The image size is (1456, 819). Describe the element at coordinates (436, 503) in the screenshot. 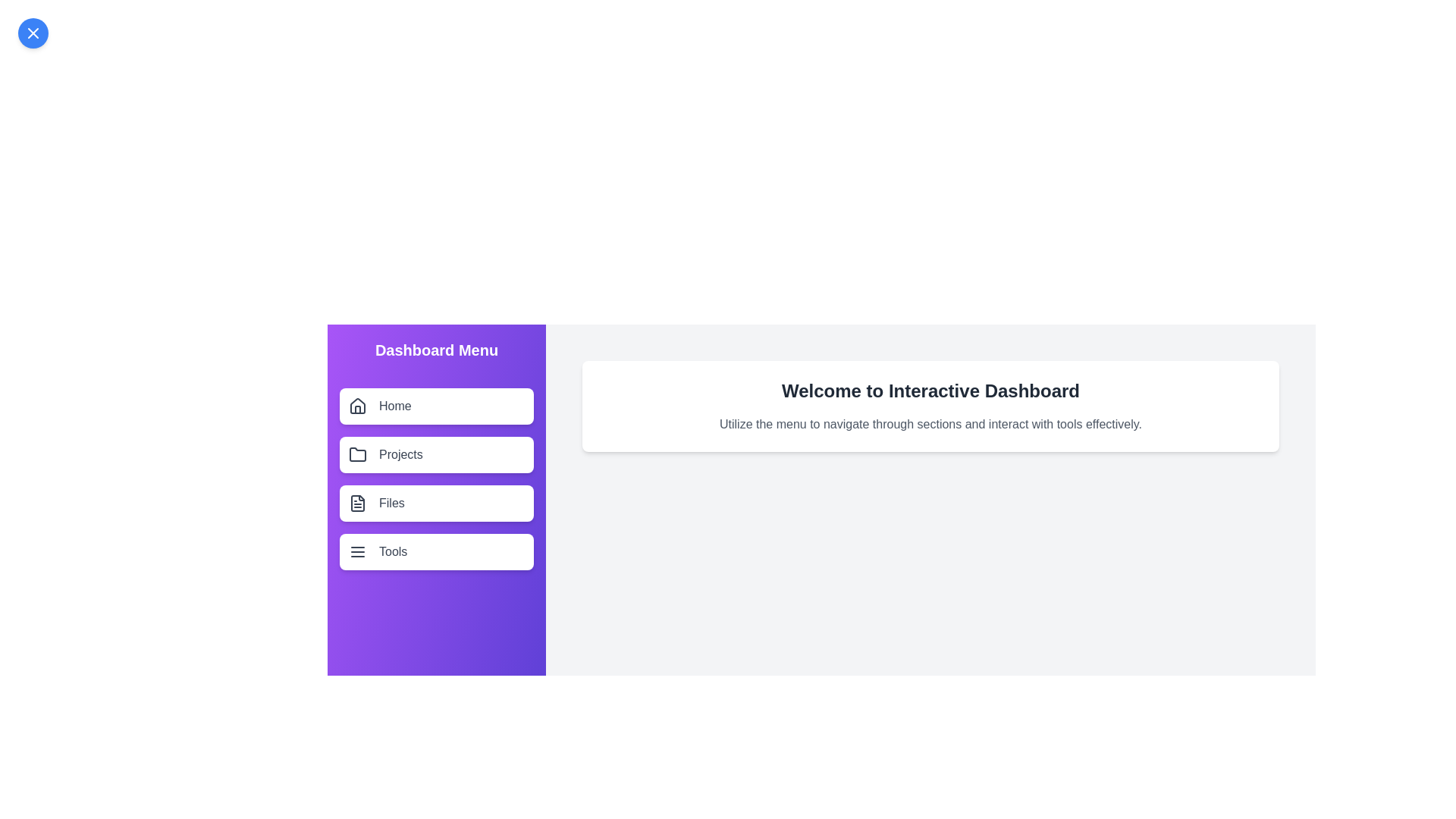

I see `the menu item labeled Files to navigate to its corresponding section` at that location.